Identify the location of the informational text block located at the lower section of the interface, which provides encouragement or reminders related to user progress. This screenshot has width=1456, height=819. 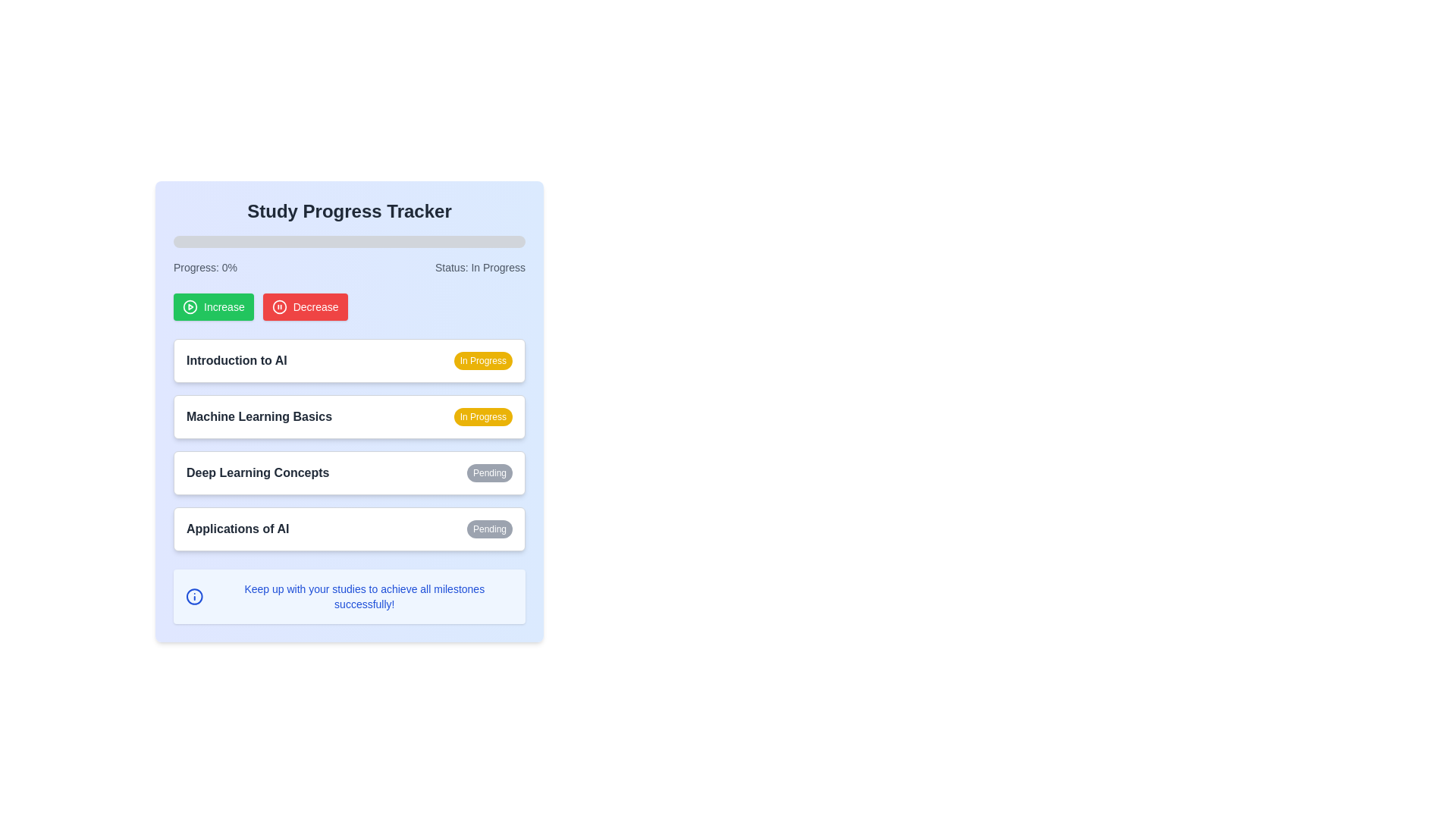
(364, 595).